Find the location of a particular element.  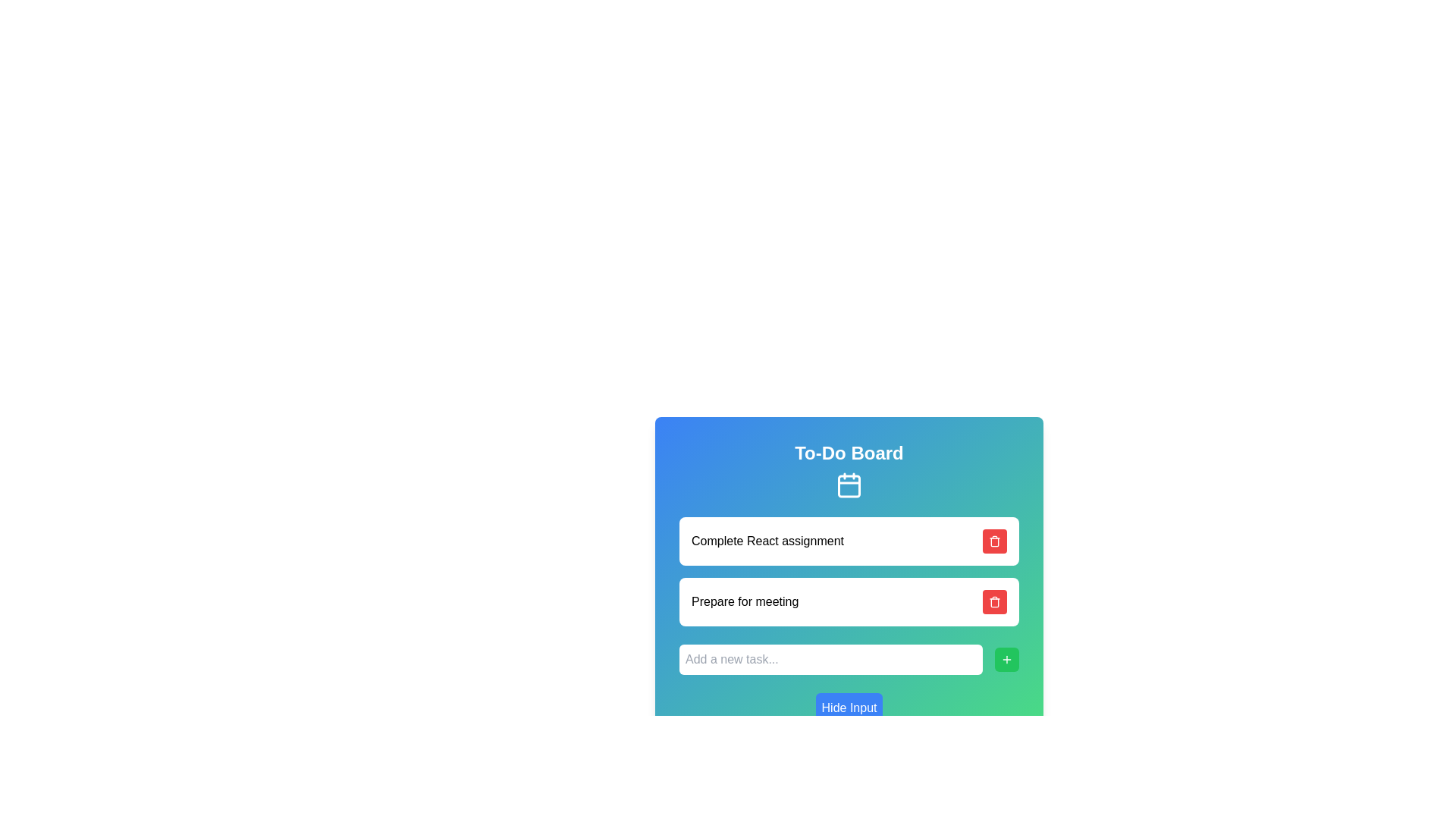

the delete icon button located to the right of the text 'Complete React assignment' is located at coordinates (994, 540).